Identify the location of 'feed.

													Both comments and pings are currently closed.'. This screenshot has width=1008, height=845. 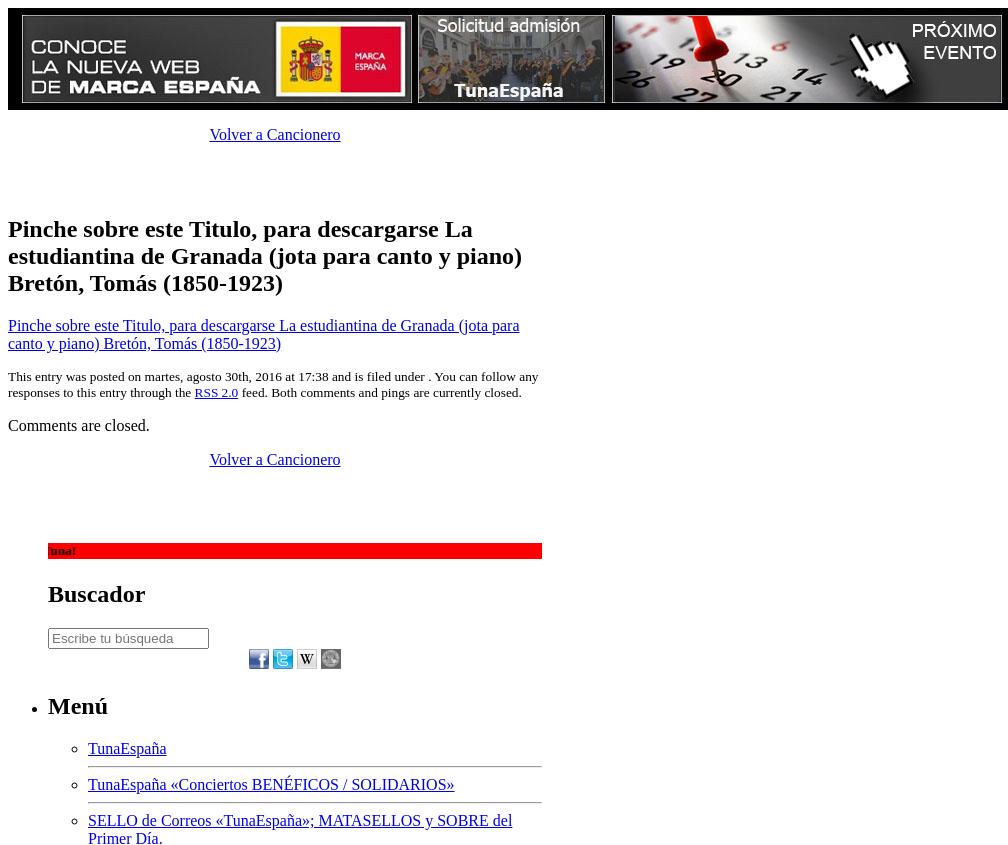
(379, 390).